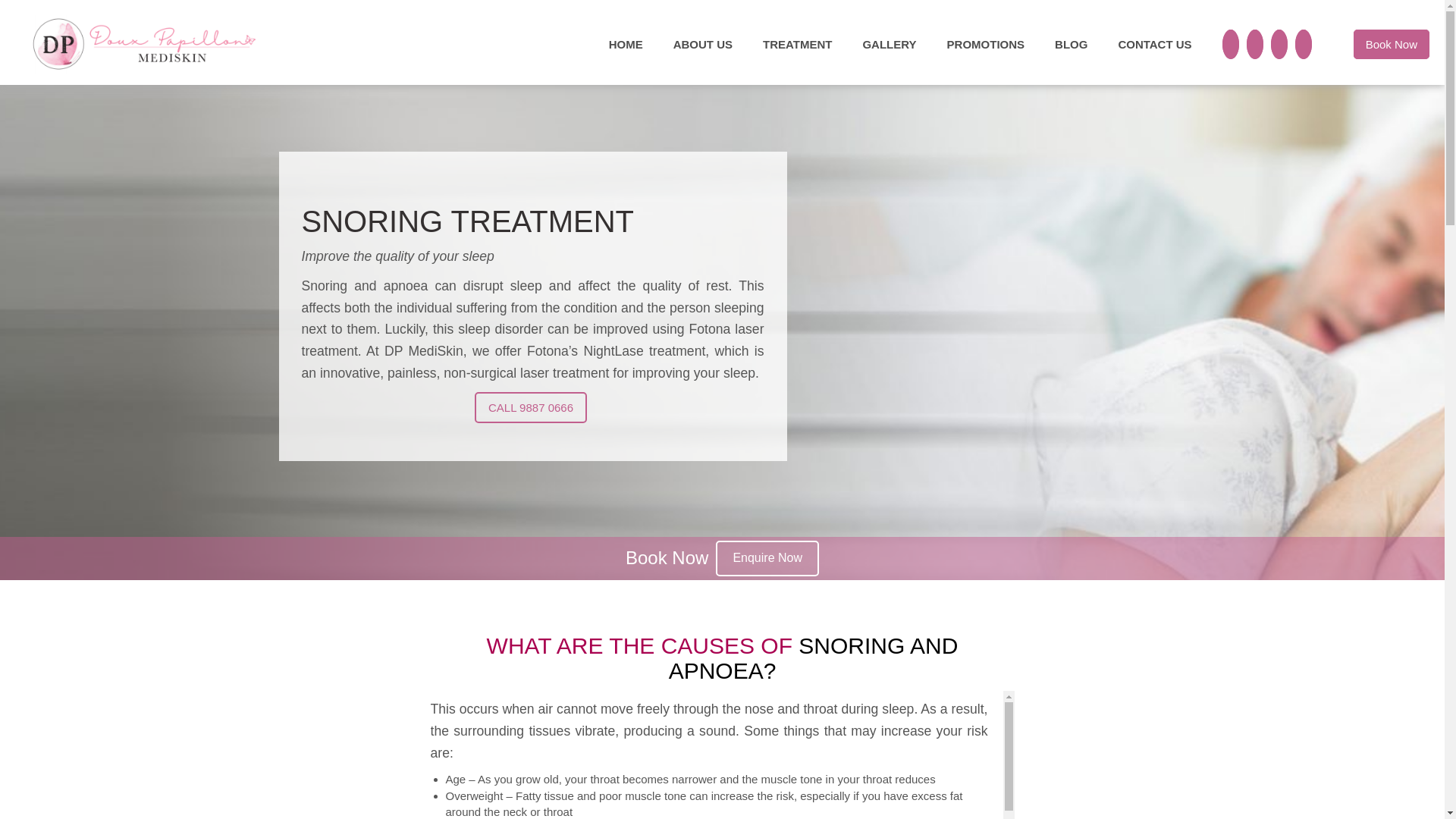  Describe the element at coordinates (889, 43) in the screenshot. I see `'GALLERY'` at that location.